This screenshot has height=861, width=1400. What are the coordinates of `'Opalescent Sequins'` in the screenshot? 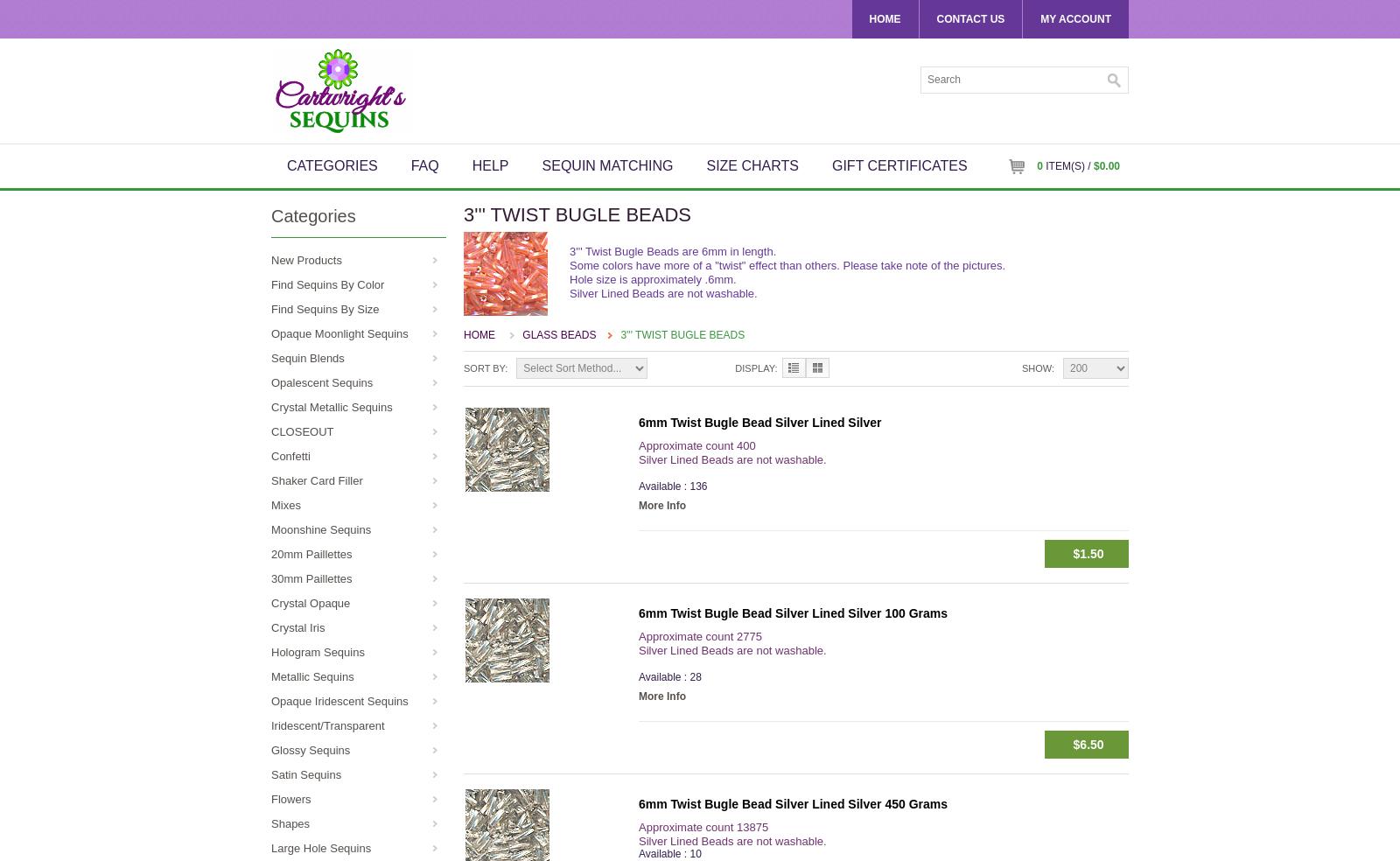 It's located at (271, 382).